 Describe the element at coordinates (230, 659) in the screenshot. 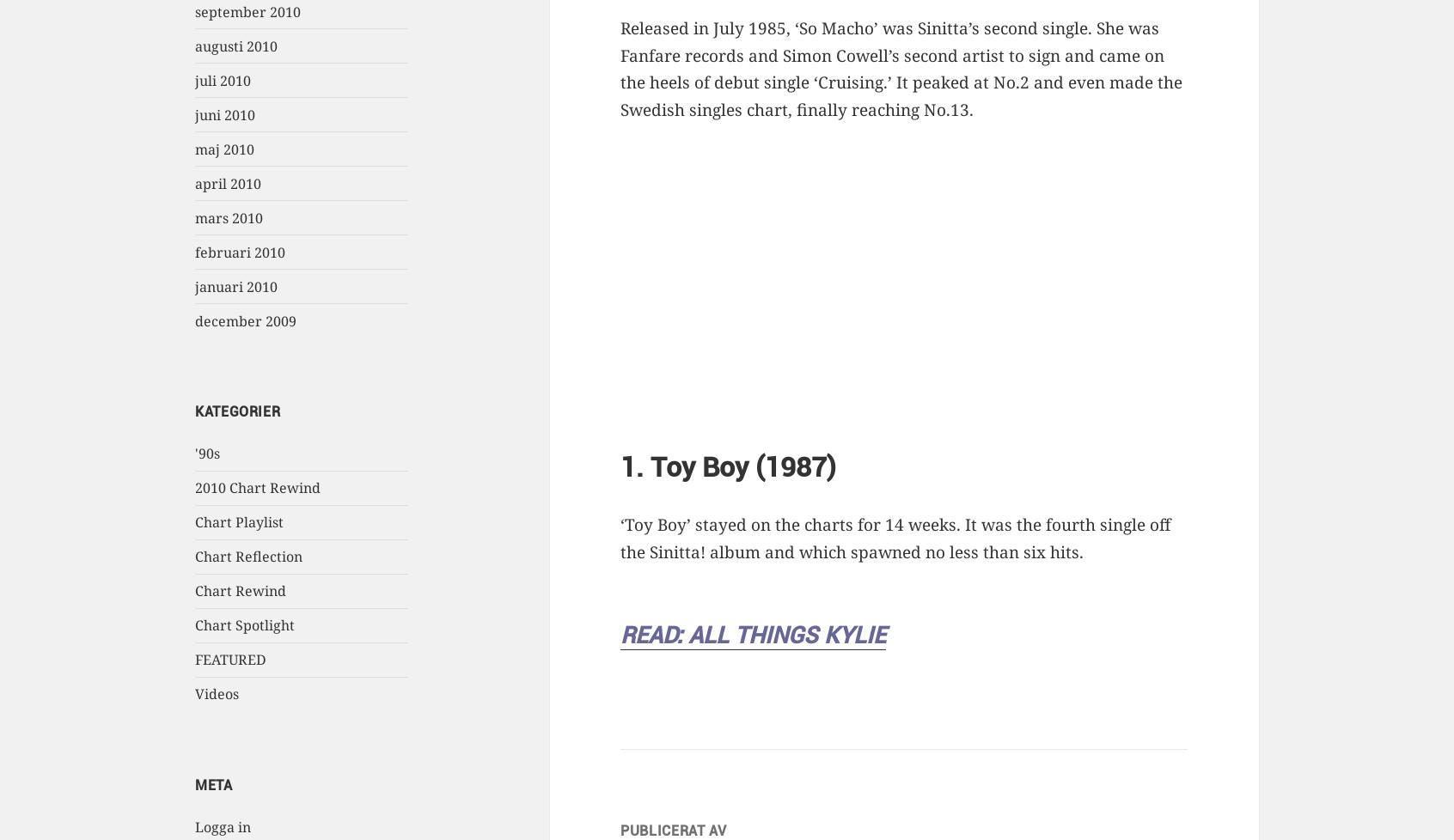

I see `'FEATURED'` at that location.